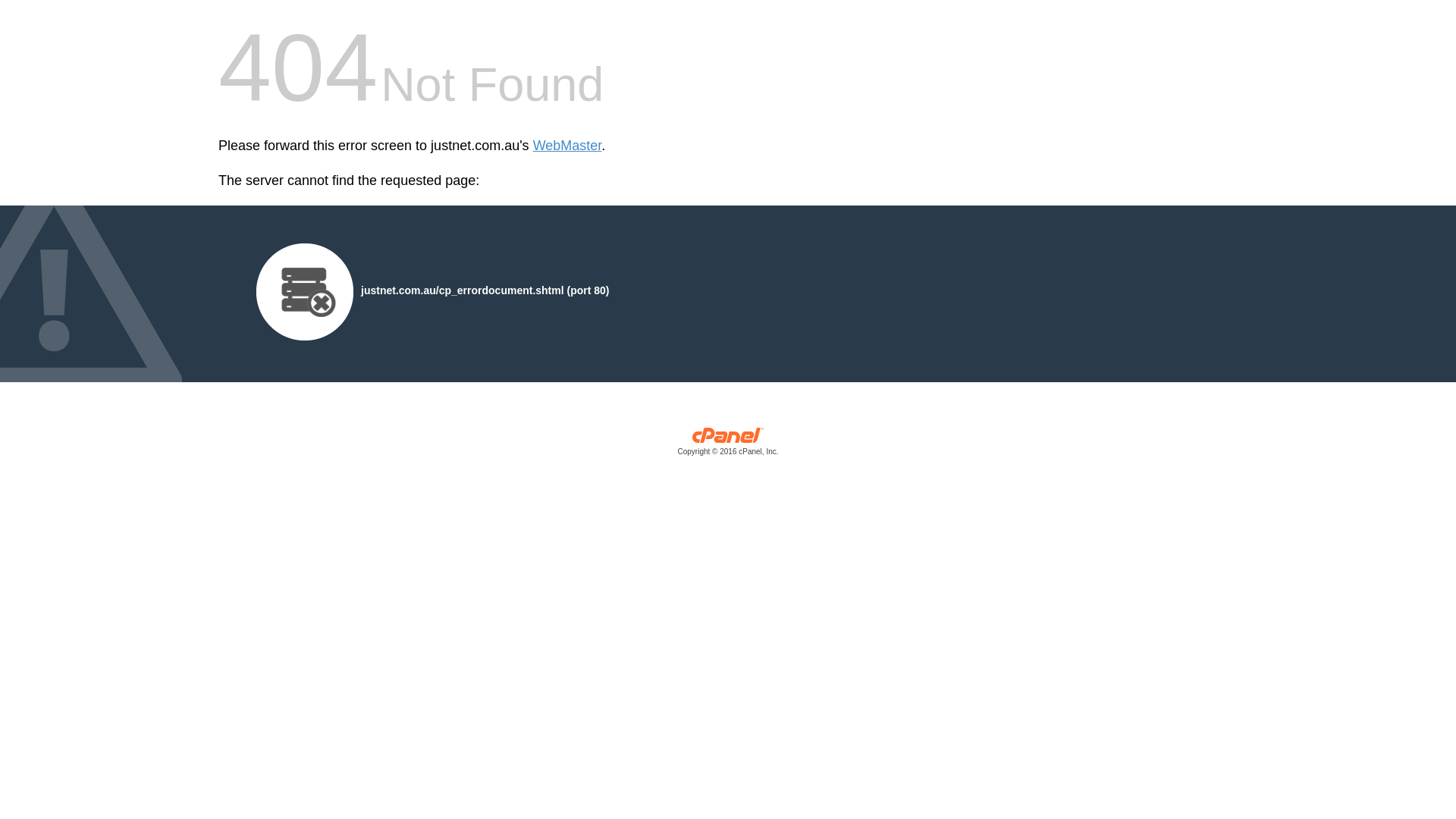 The width and height of the screenshot is (1456, 819). I want to click on 'WebMaster', so click(566, 146).